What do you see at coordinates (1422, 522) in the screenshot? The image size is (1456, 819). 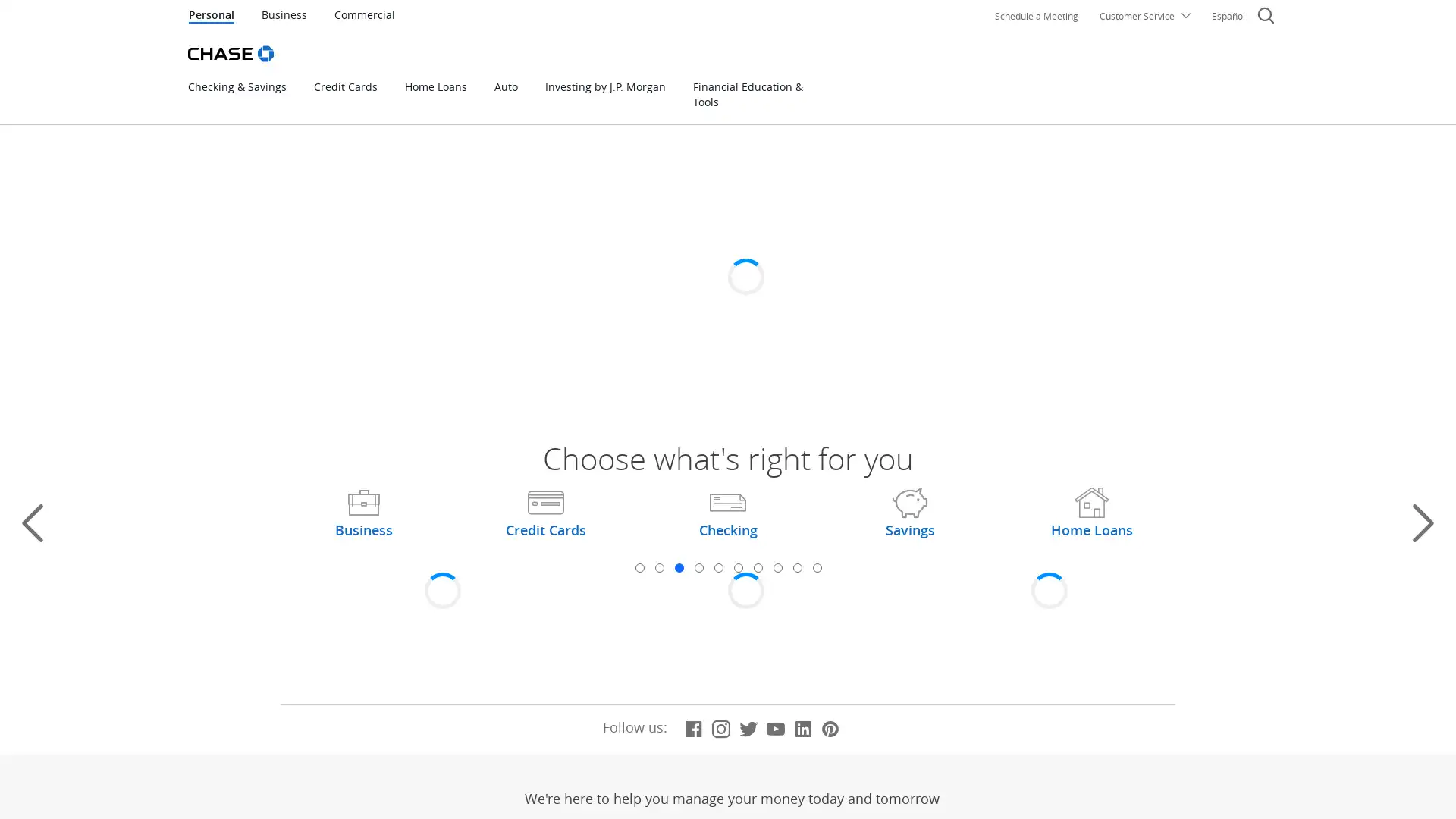 I see `Next slide` at bounding box center [1422, 522].